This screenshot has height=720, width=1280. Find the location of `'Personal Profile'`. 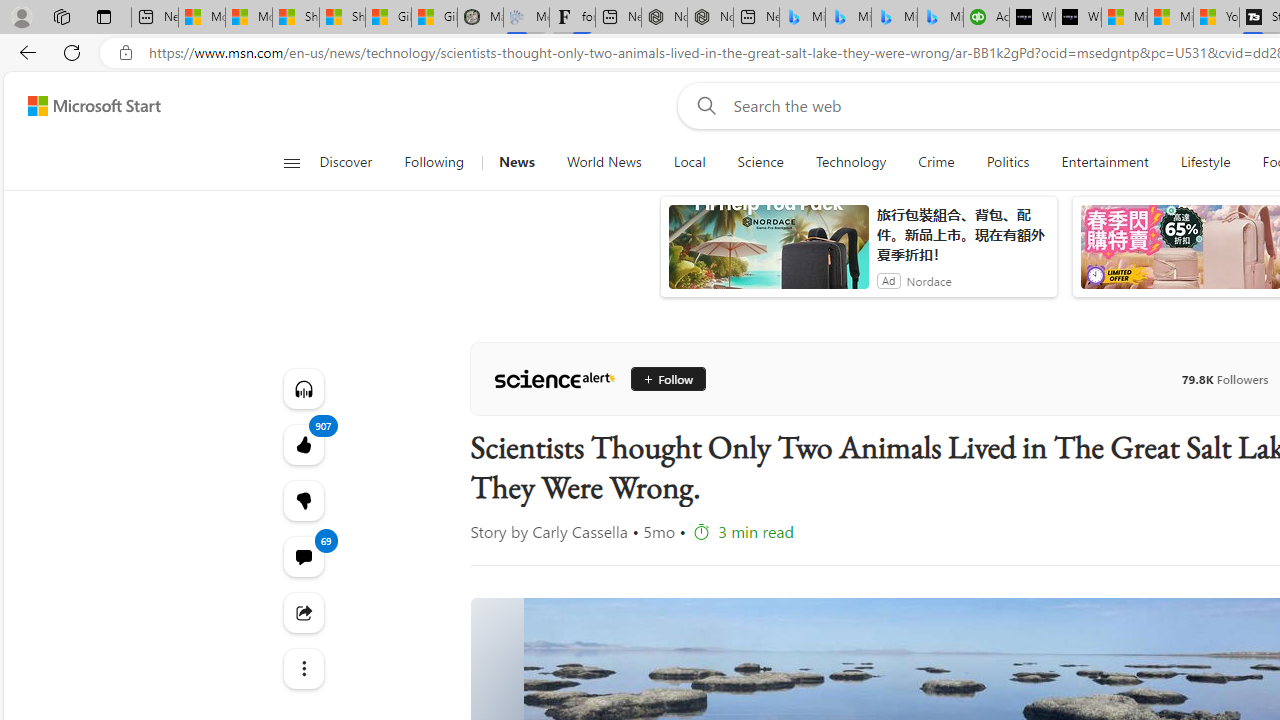

'Personal Profile' is located at coordinates (21, 16).